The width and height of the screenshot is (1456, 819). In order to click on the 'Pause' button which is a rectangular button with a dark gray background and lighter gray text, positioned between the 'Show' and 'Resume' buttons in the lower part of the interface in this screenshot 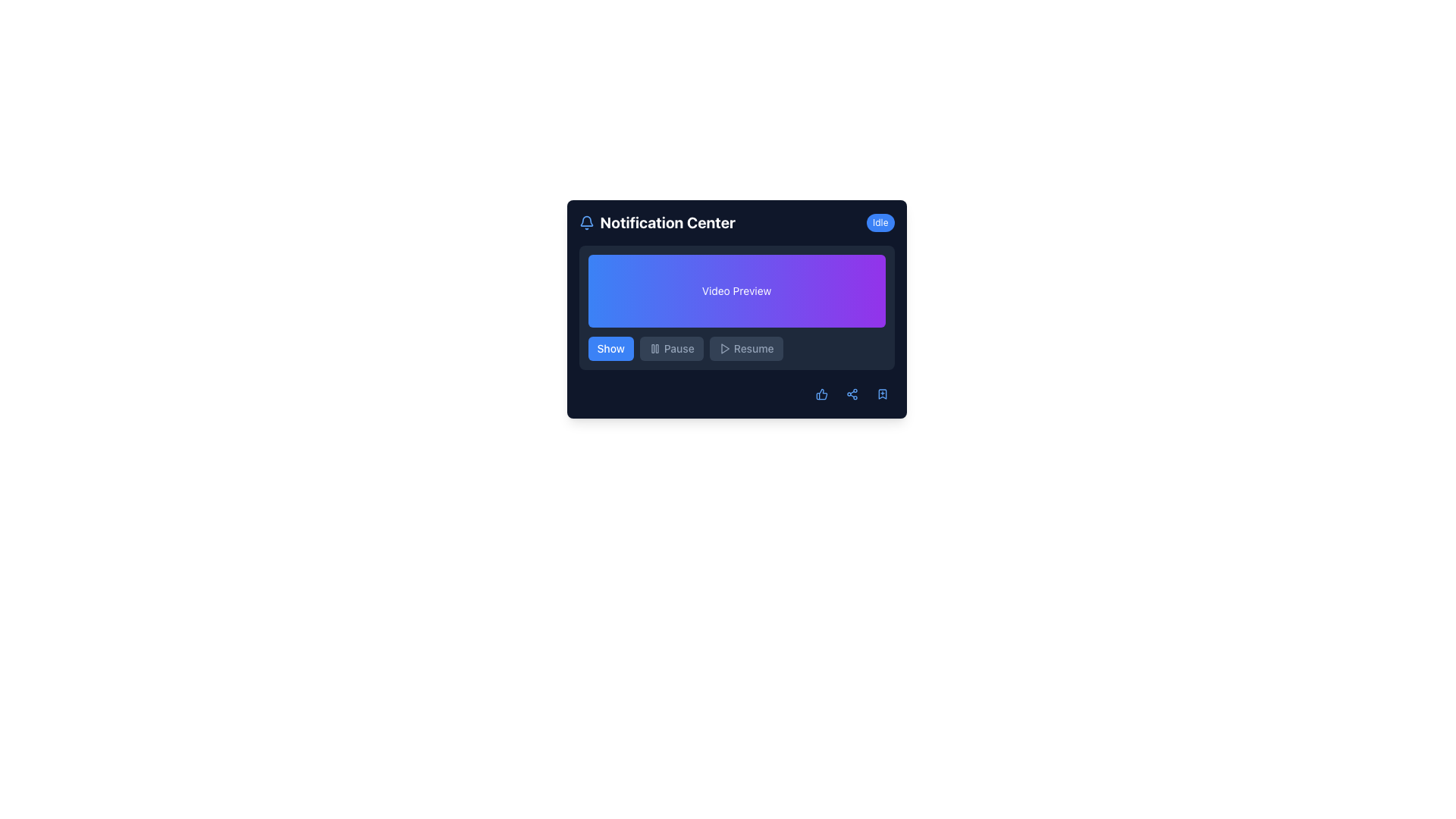, I will do `click(670, 348)`.